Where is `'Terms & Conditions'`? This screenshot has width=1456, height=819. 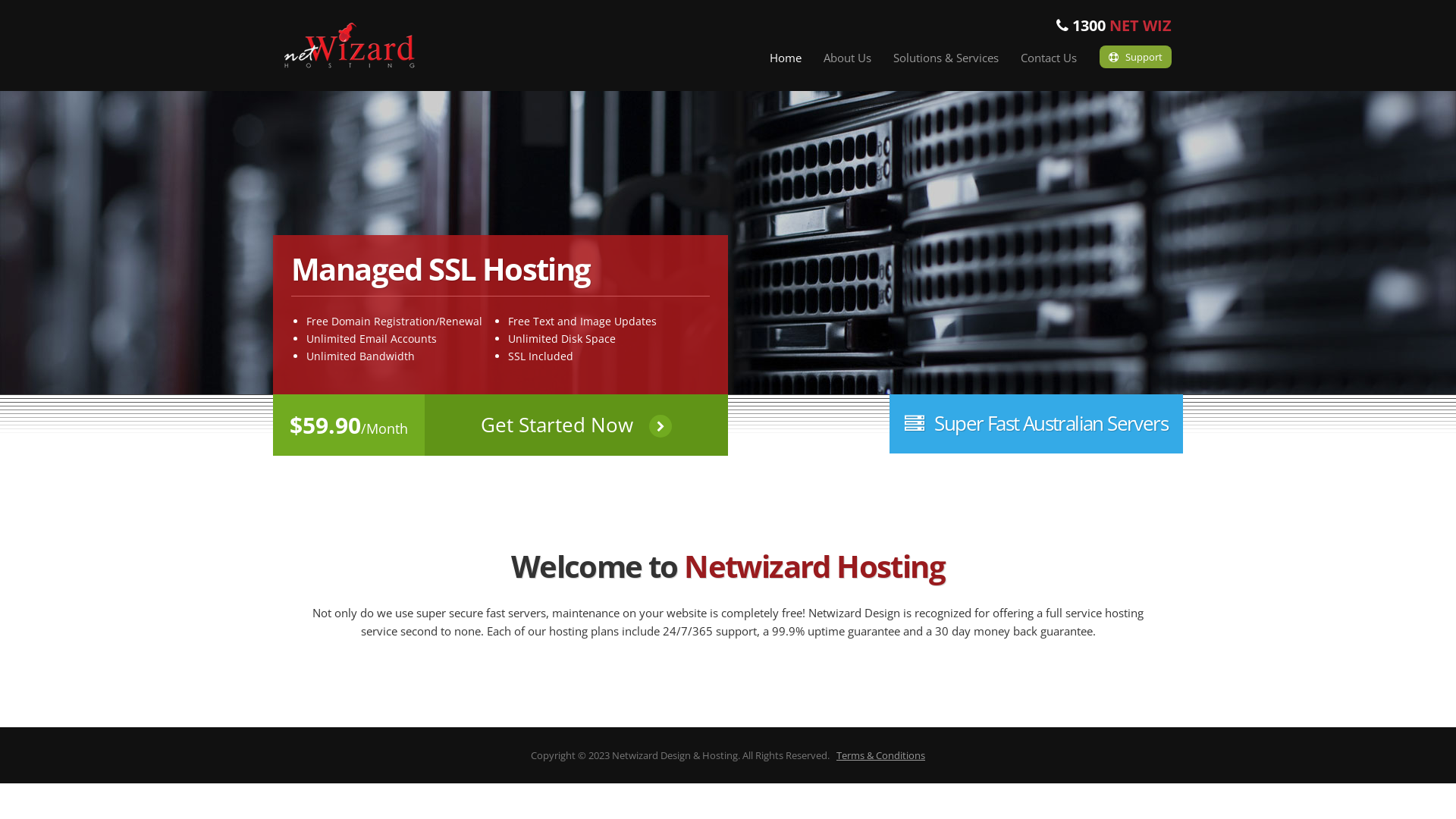
'Terms & Conditions' is located at coordinates (880, 755).